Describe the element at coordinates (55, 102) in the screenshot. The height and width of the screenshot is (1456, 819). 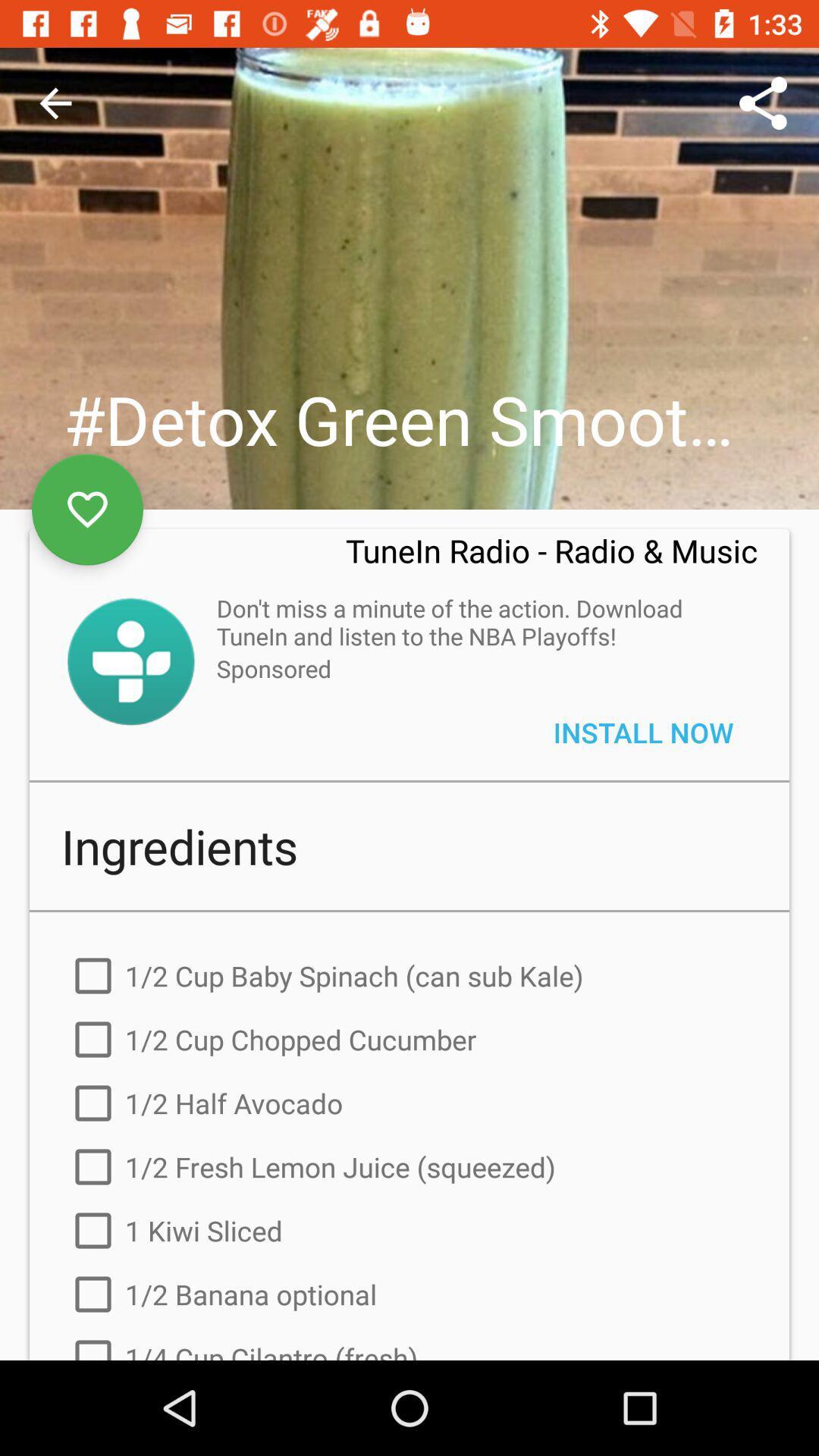
I see `the icon at the top left corner` at that location.